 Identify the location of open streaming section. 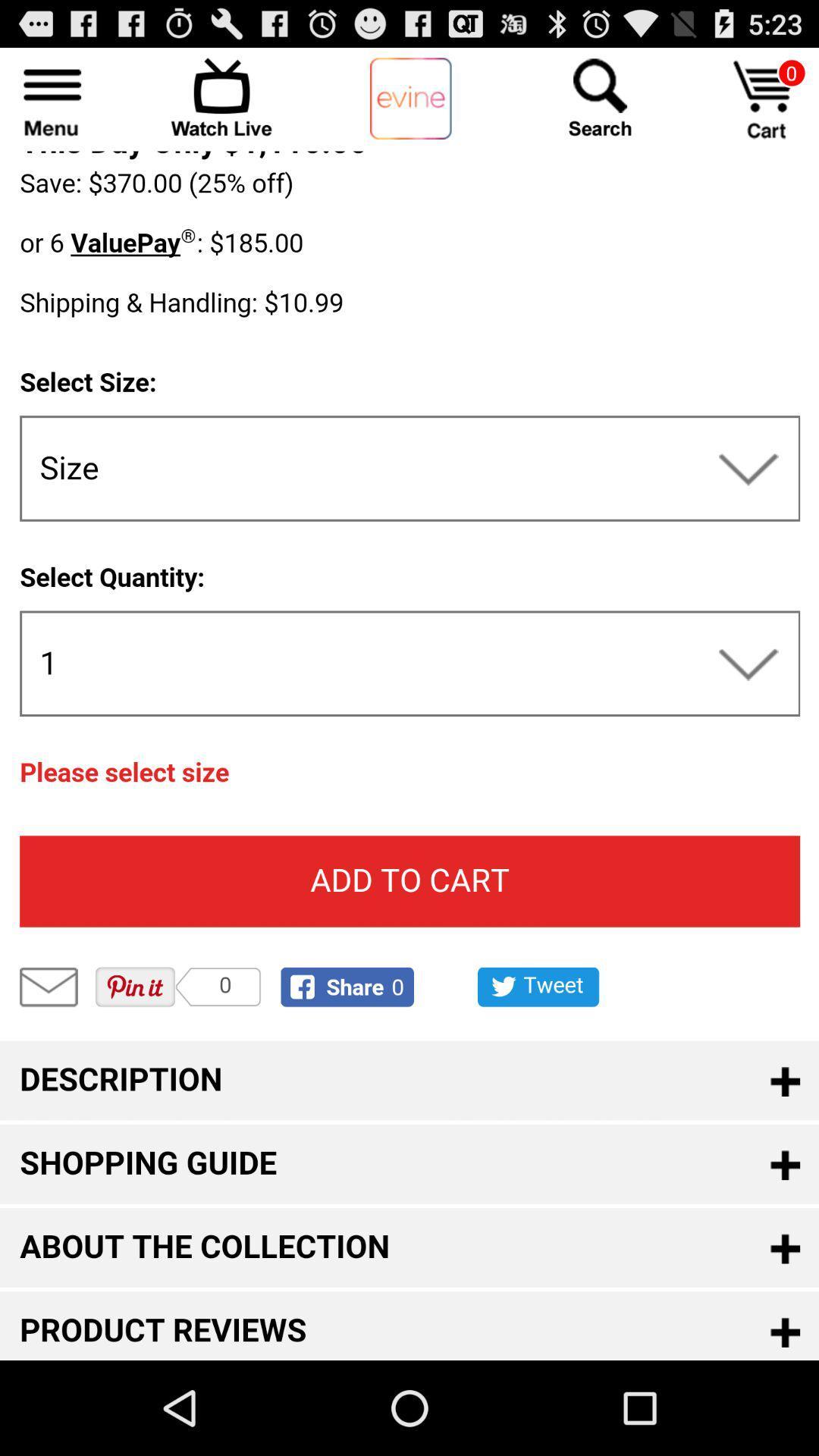
(221, 96).